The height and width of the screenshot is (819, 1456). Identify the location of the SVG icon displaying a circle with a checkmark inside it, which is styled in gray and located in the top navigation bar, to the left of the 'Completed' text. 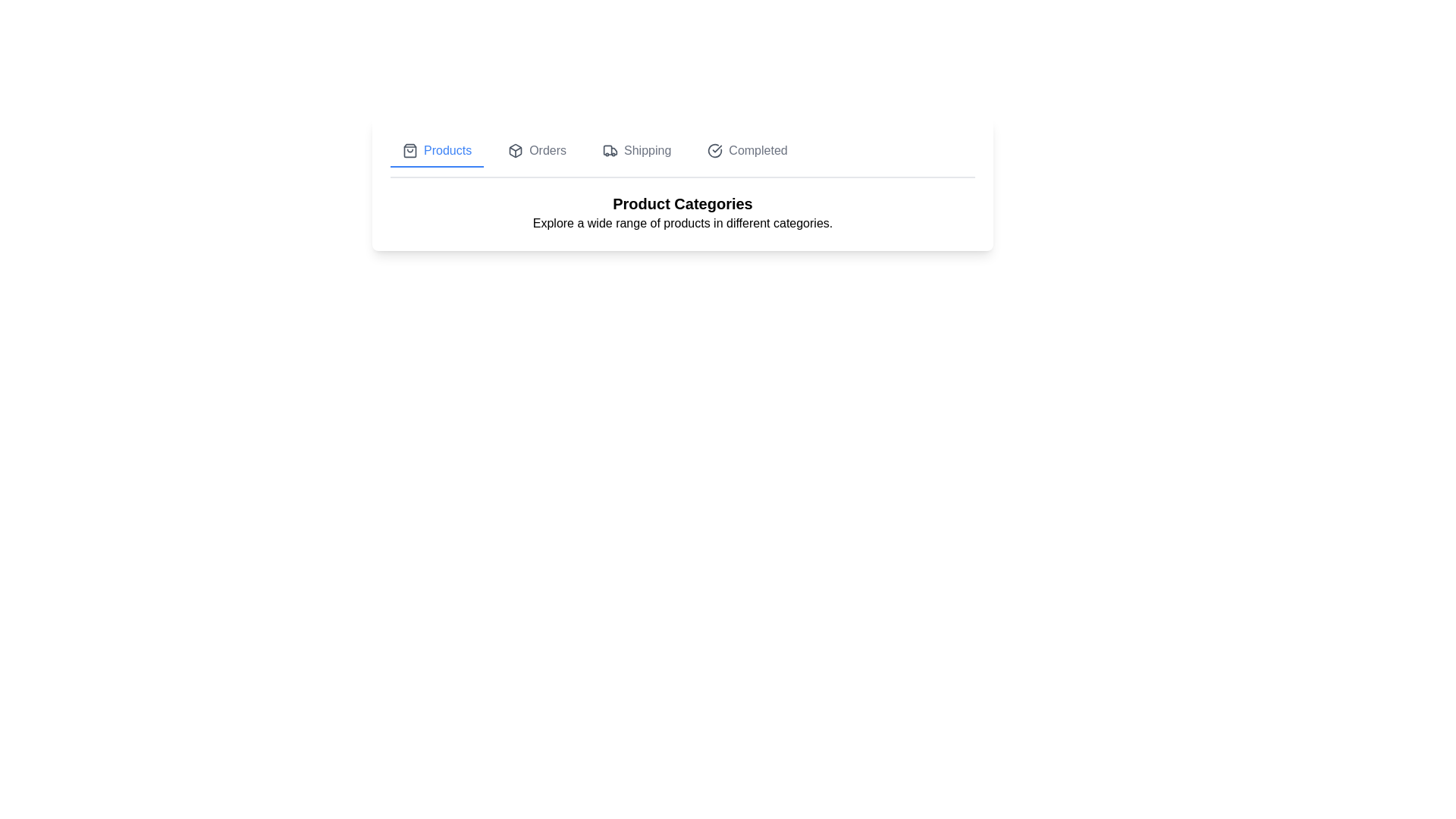
(714, 151).